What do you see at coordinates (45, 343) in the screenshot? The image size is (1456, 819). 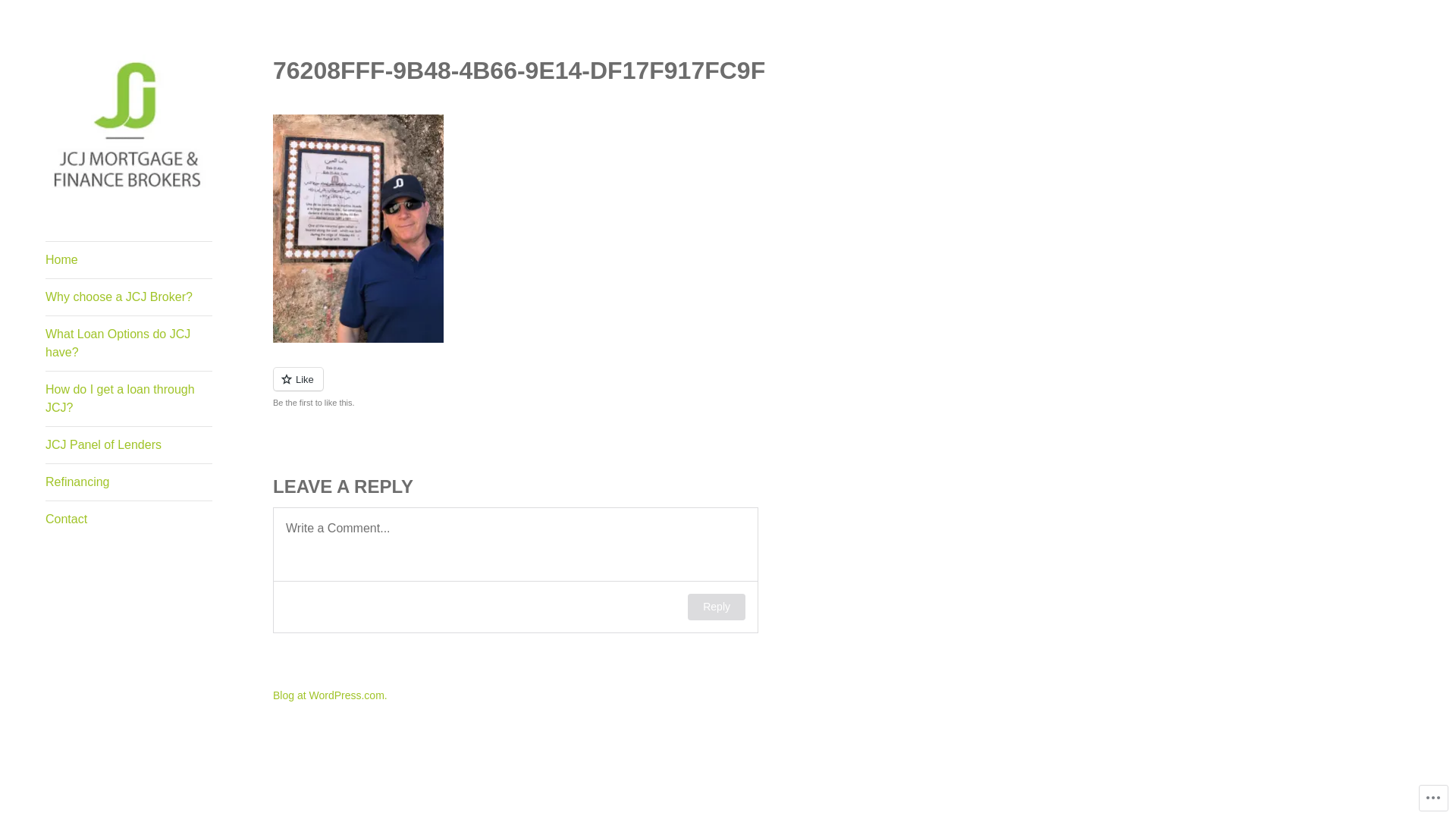 I see `'What Loan Options do JCJ have?'` at bounding box center [45, 343].